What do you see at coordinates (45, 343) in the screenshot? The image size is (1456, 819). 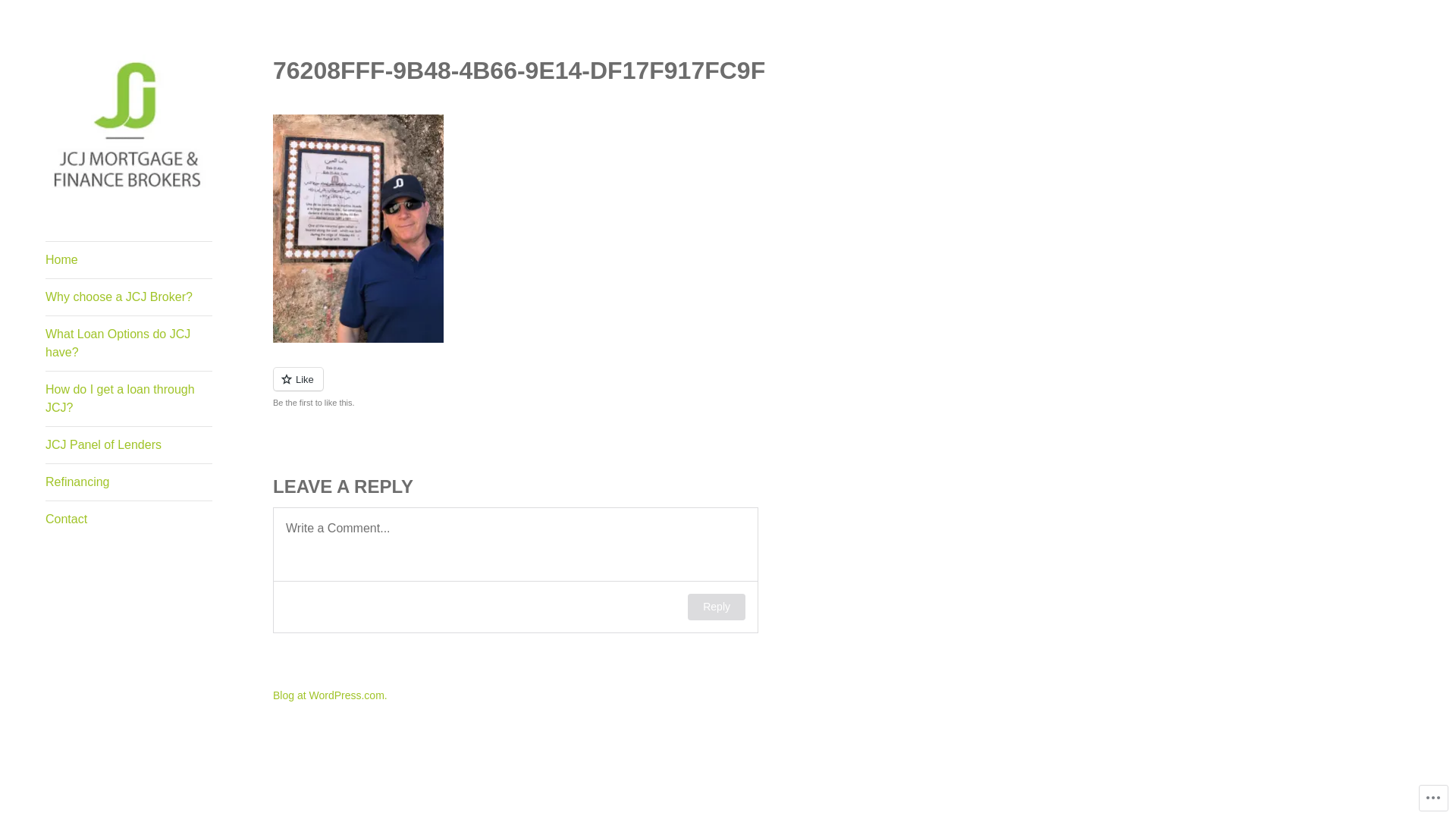 I see `'What Loan Options do JCJ have?'` at bounding box center [45, 343].